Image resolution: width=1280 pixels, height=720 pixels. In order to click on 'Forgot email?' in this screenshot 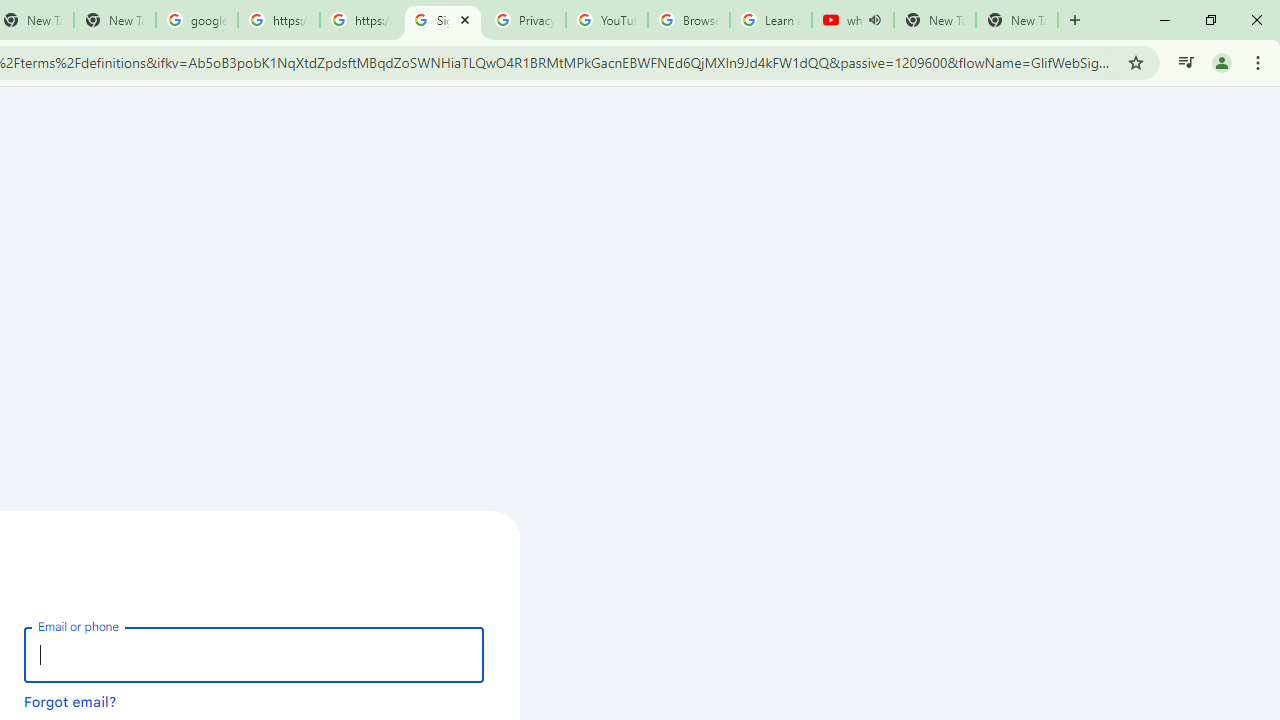, I will do `click(70, 700)`.